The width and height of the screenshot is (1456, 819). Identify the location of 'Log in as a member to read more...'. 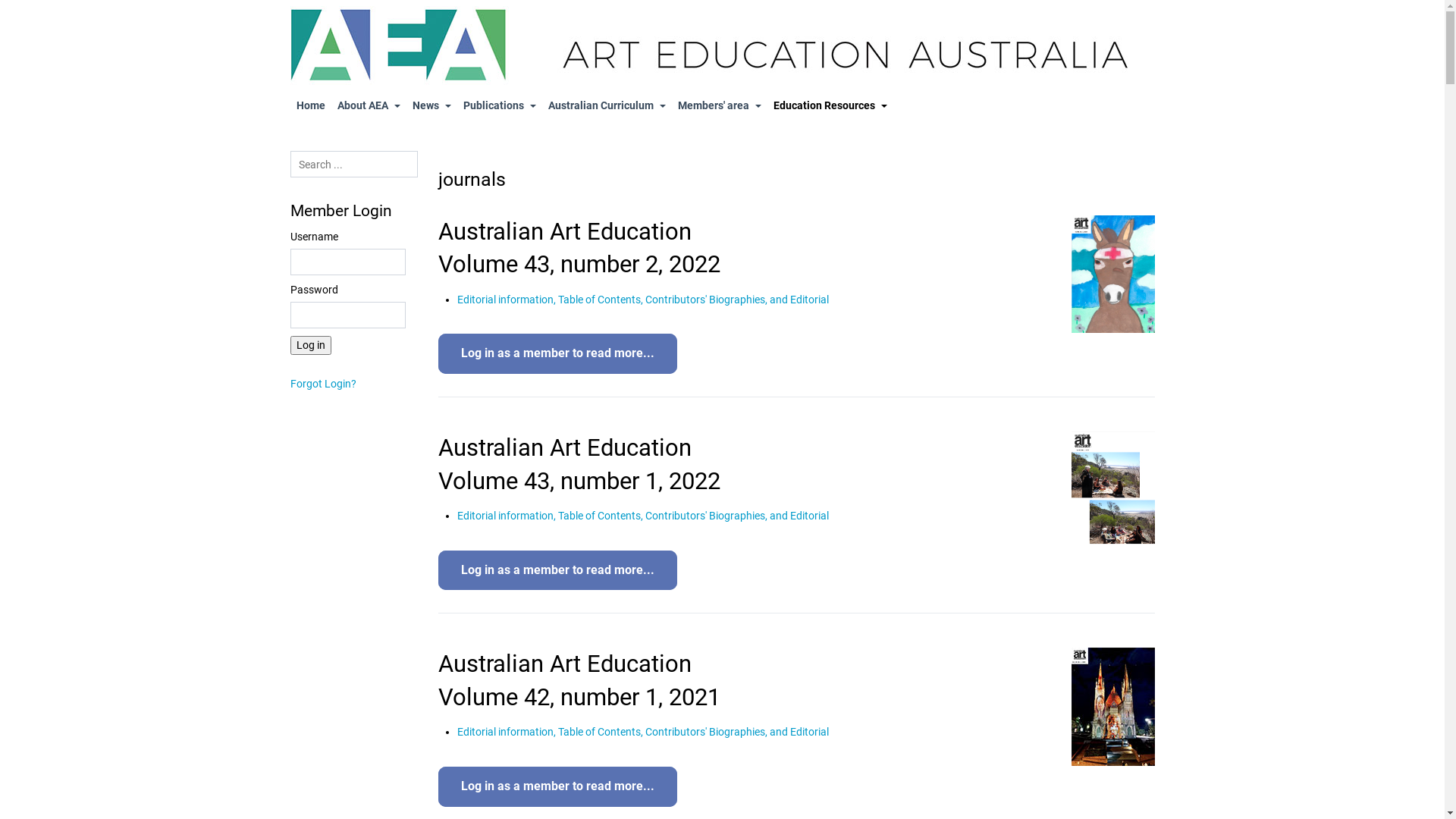
(557, 353).